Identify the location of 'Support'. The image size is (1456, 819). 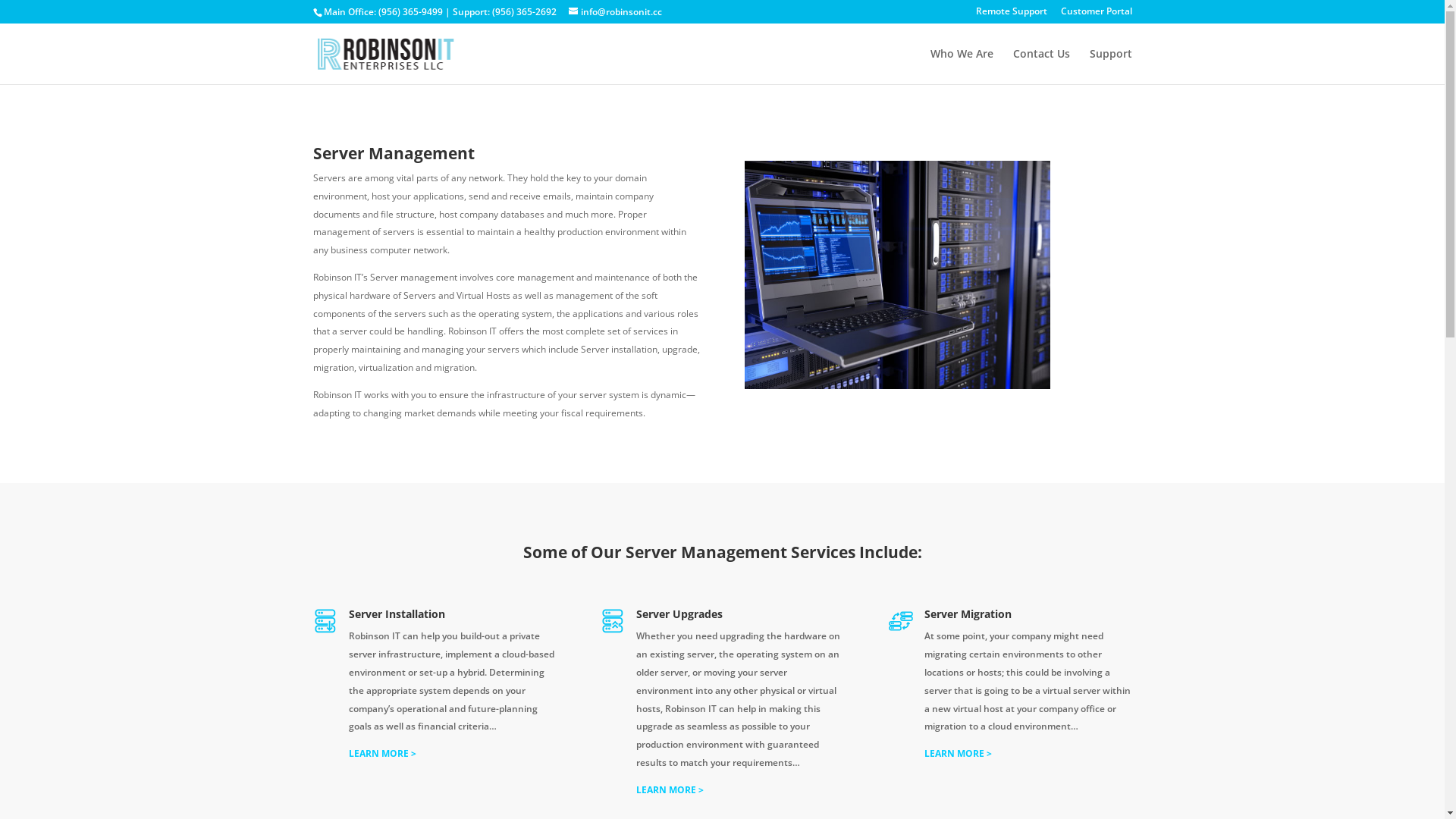
(1110, 65).